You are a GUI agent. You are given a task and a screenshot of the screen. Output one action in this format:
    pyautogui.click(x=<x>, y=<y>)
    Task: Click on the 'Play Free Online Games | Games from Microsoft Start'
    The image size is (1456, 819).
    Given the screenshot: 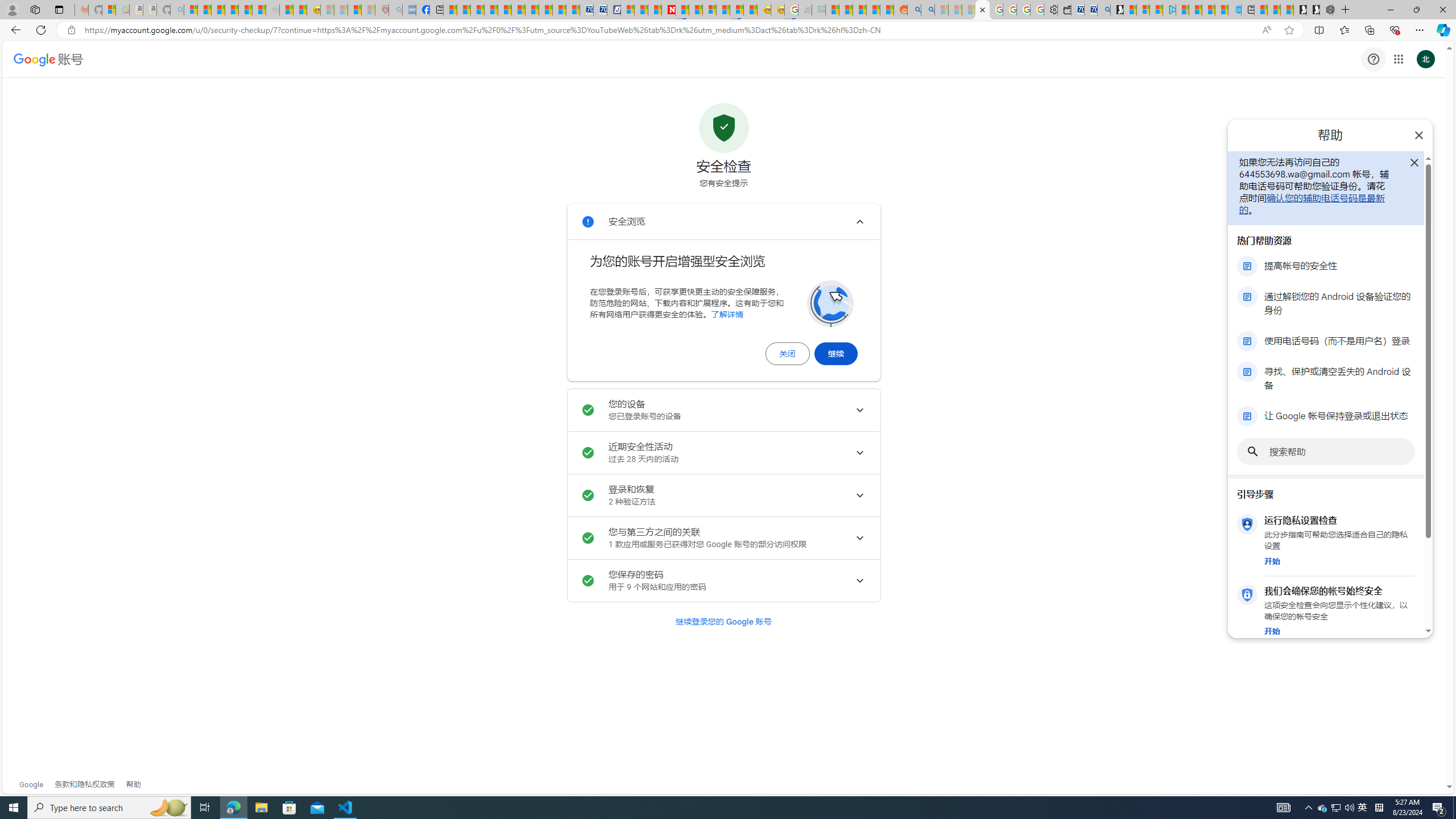 What is the action you would take?
    pyautogui.click(x=1313, y=9)
    